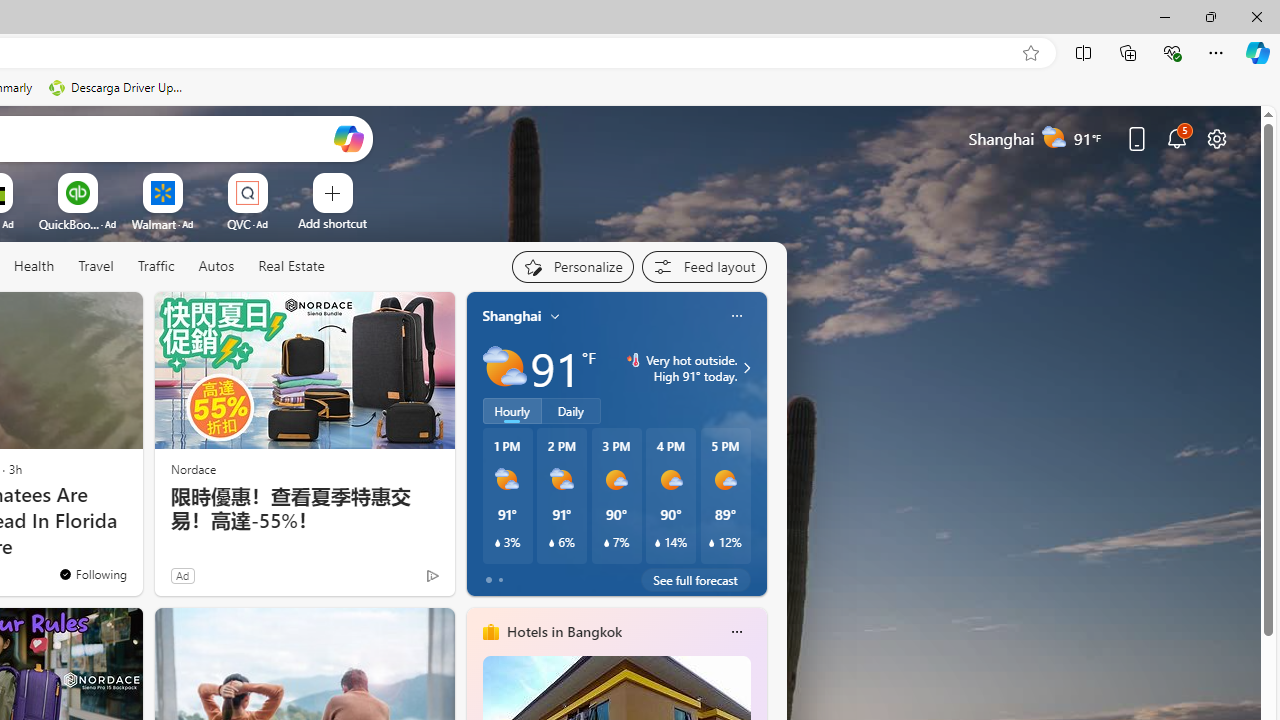 This screenshot has height=720, width=1280. I want to click on 'Autos', so click(216, 266).